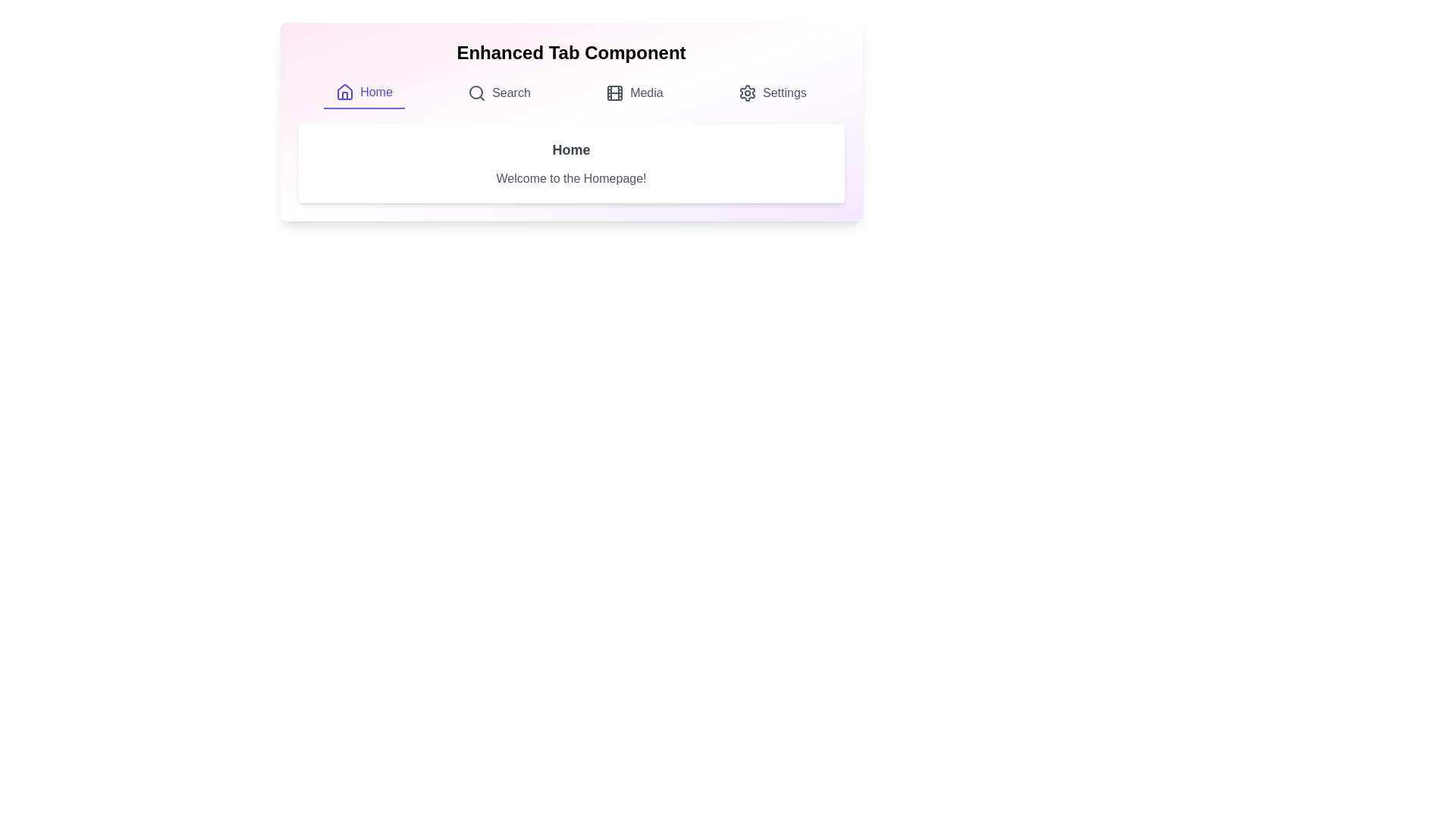  Describe the element at coordinates (772, 93) in the screenshot. I see `the tab labeled Settings` at that location.